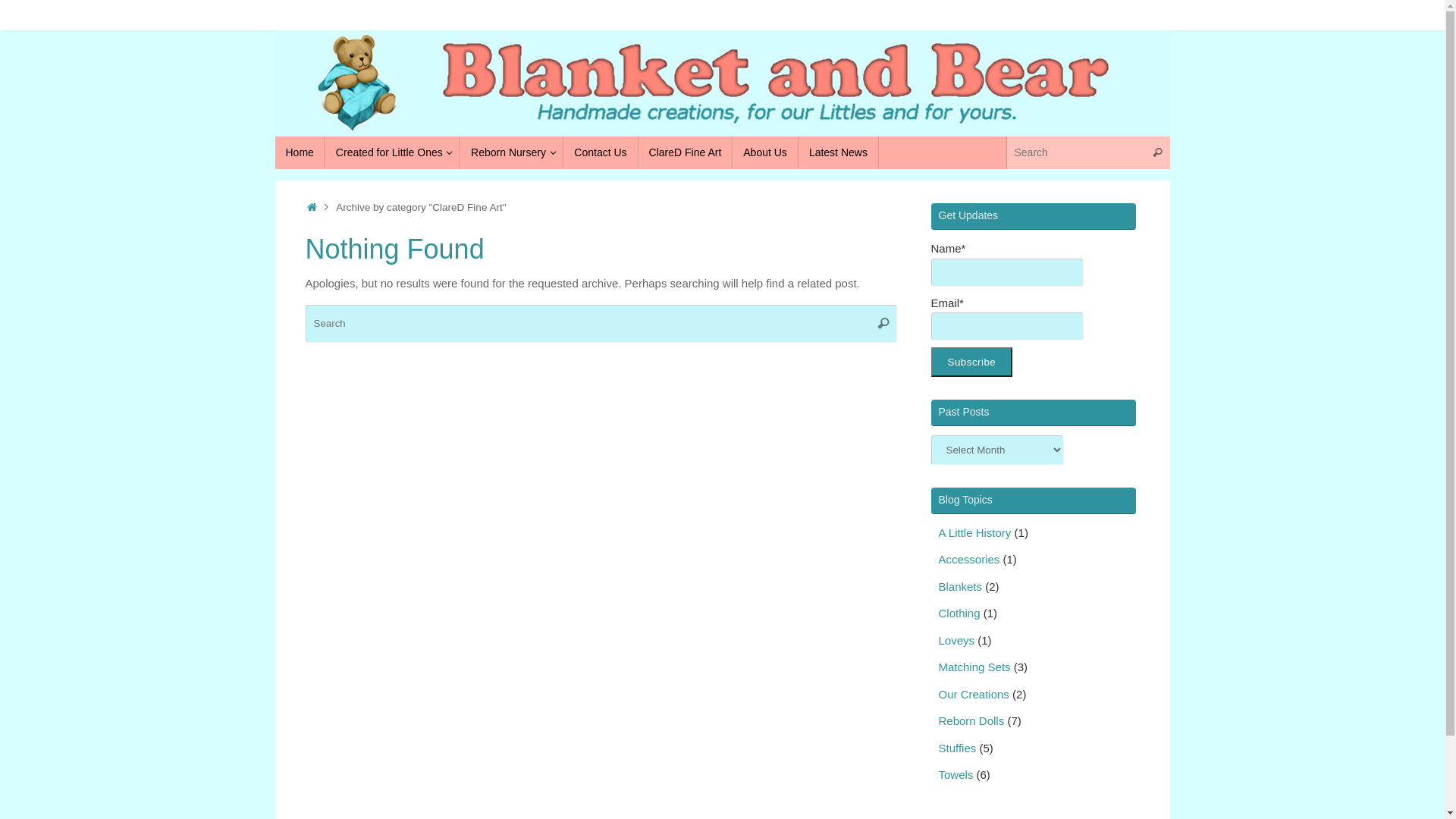 The height and width of the screenshot is (819, 1456). Describe the element at coordinates (974, 666) in the screenshot. I see `'Matching Sets'` at that location.